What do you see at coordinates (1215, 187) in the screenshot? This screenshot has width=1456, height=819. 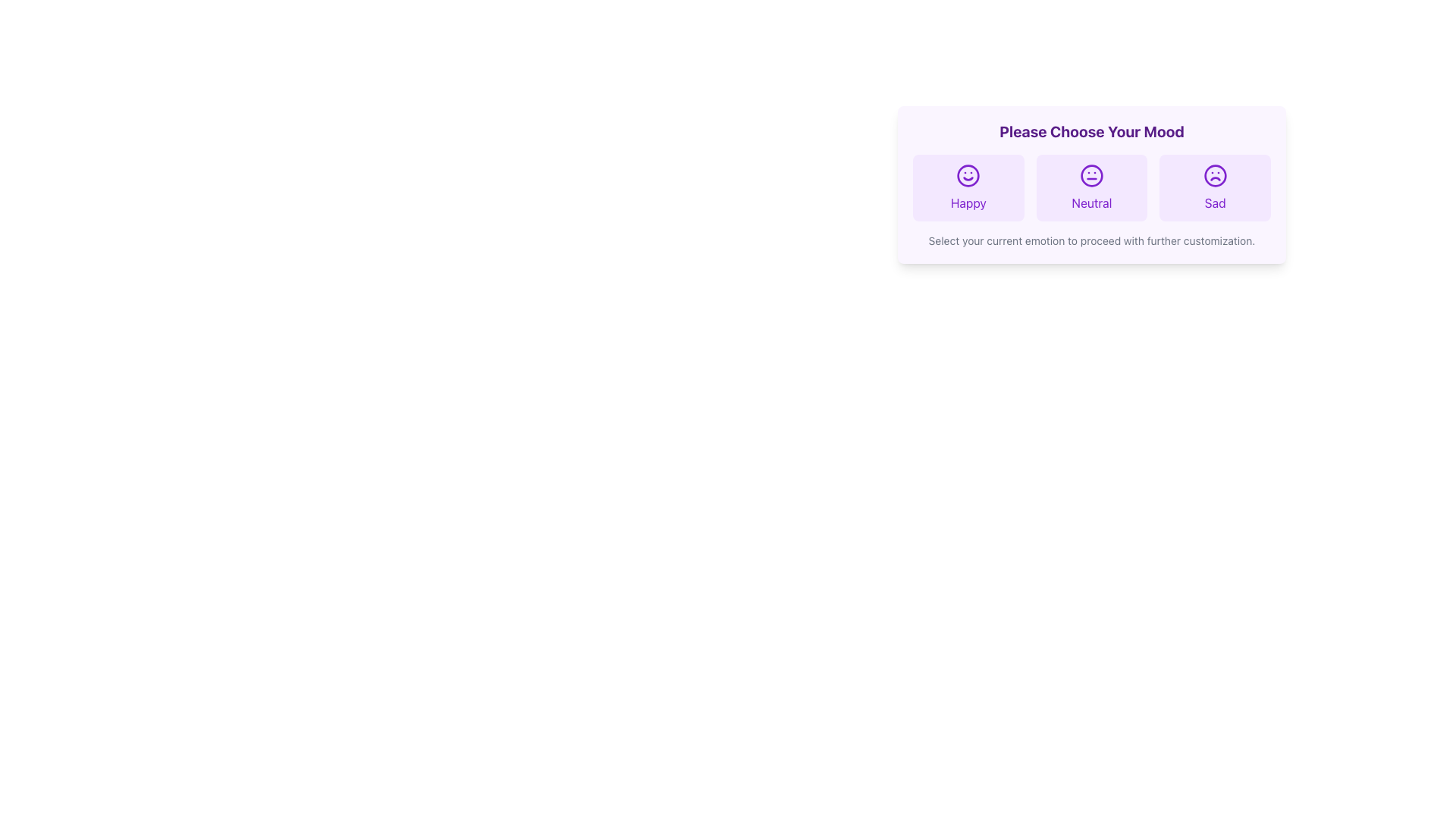 I see `the rightmost mood selection button with a light purple background and a sad face icon labeled 'Sad'` at bounding box center [1215, 187].